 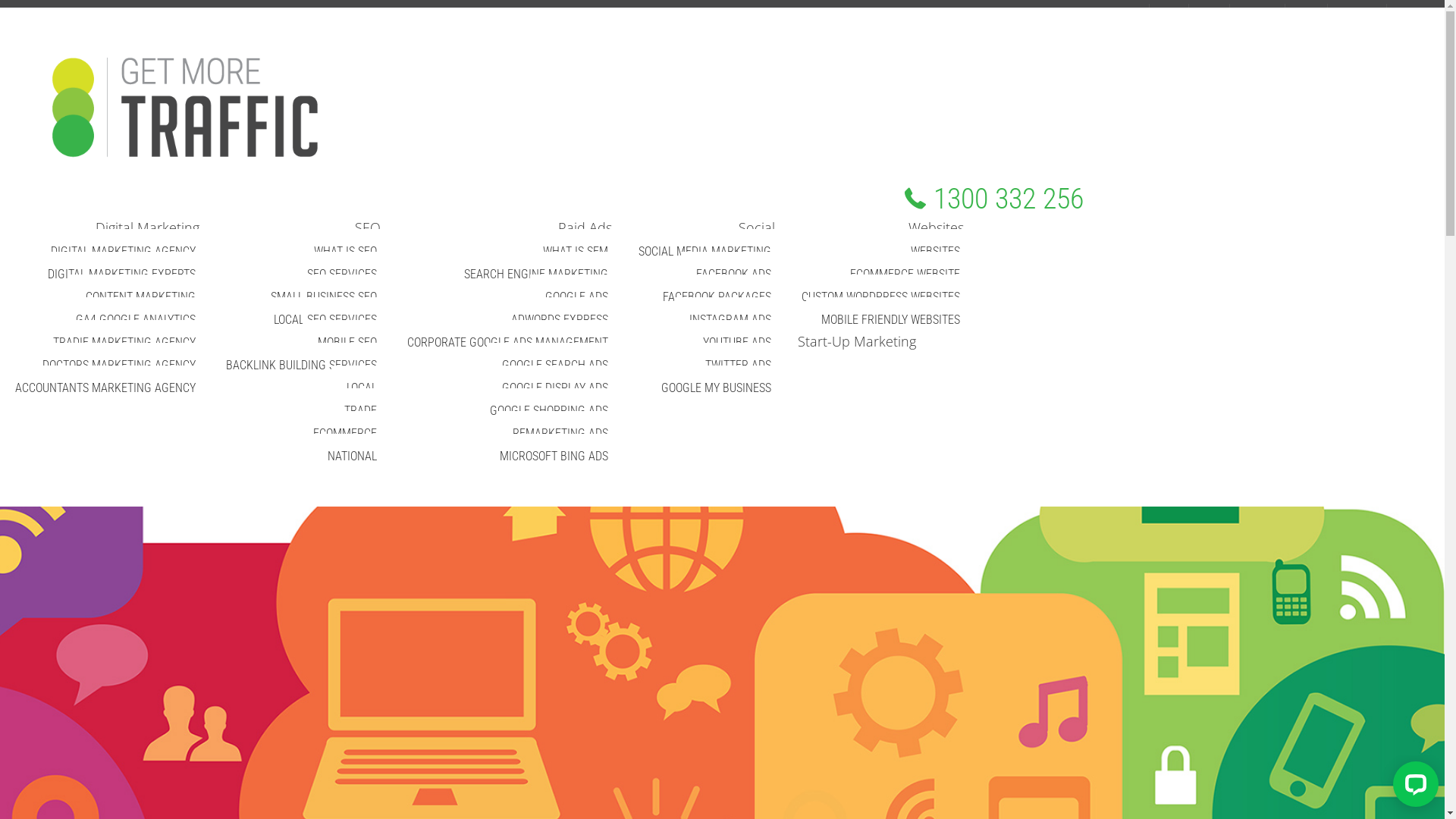 I want to click on 'WHAT IS SEM', so click(x=528, y=250).